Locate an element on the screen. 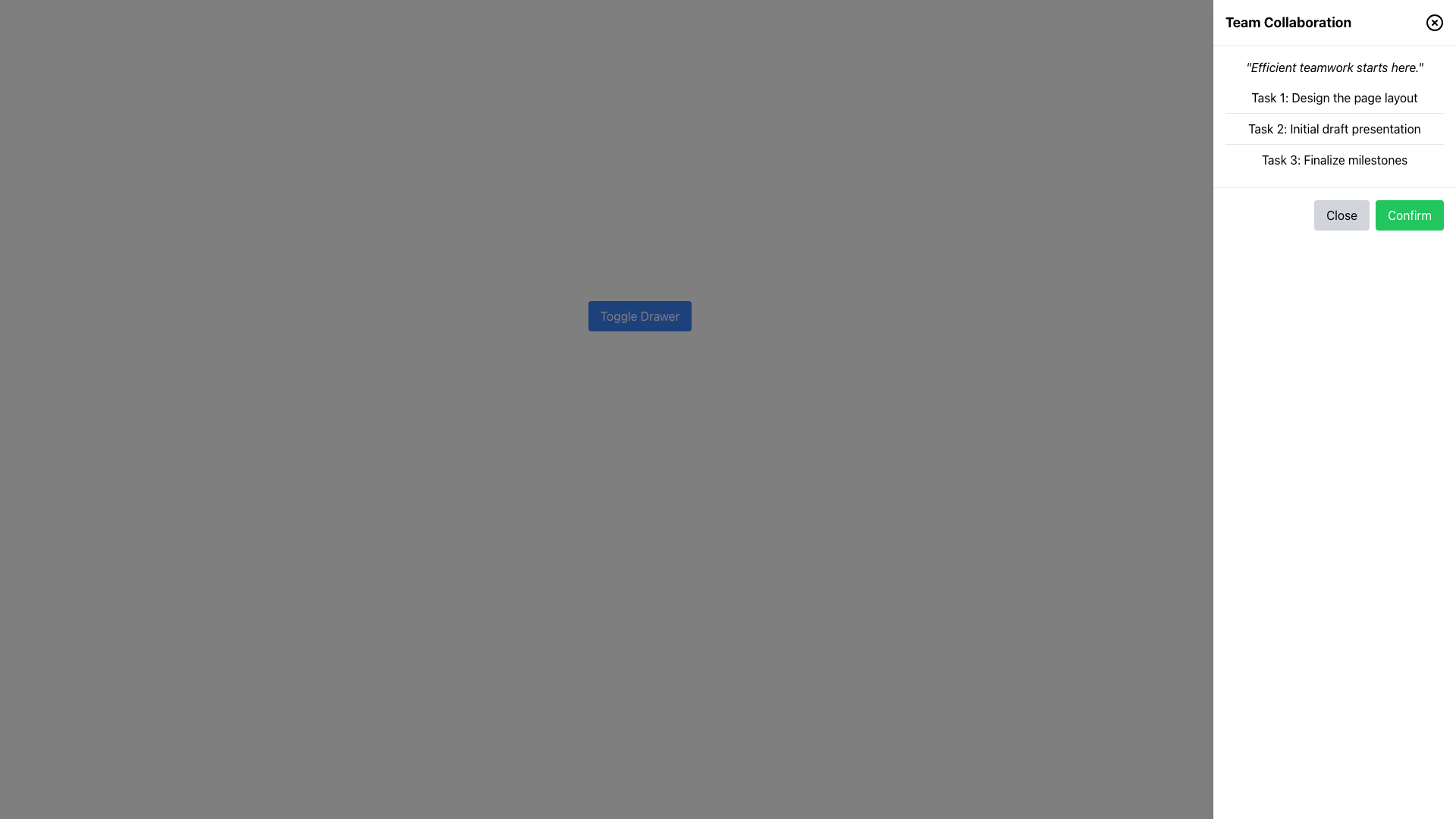 Image resolution: width=1456 pixels, height=819 pixels. the blue 'Toggle Drawer' button with white text is located at coordinates (640, 315).